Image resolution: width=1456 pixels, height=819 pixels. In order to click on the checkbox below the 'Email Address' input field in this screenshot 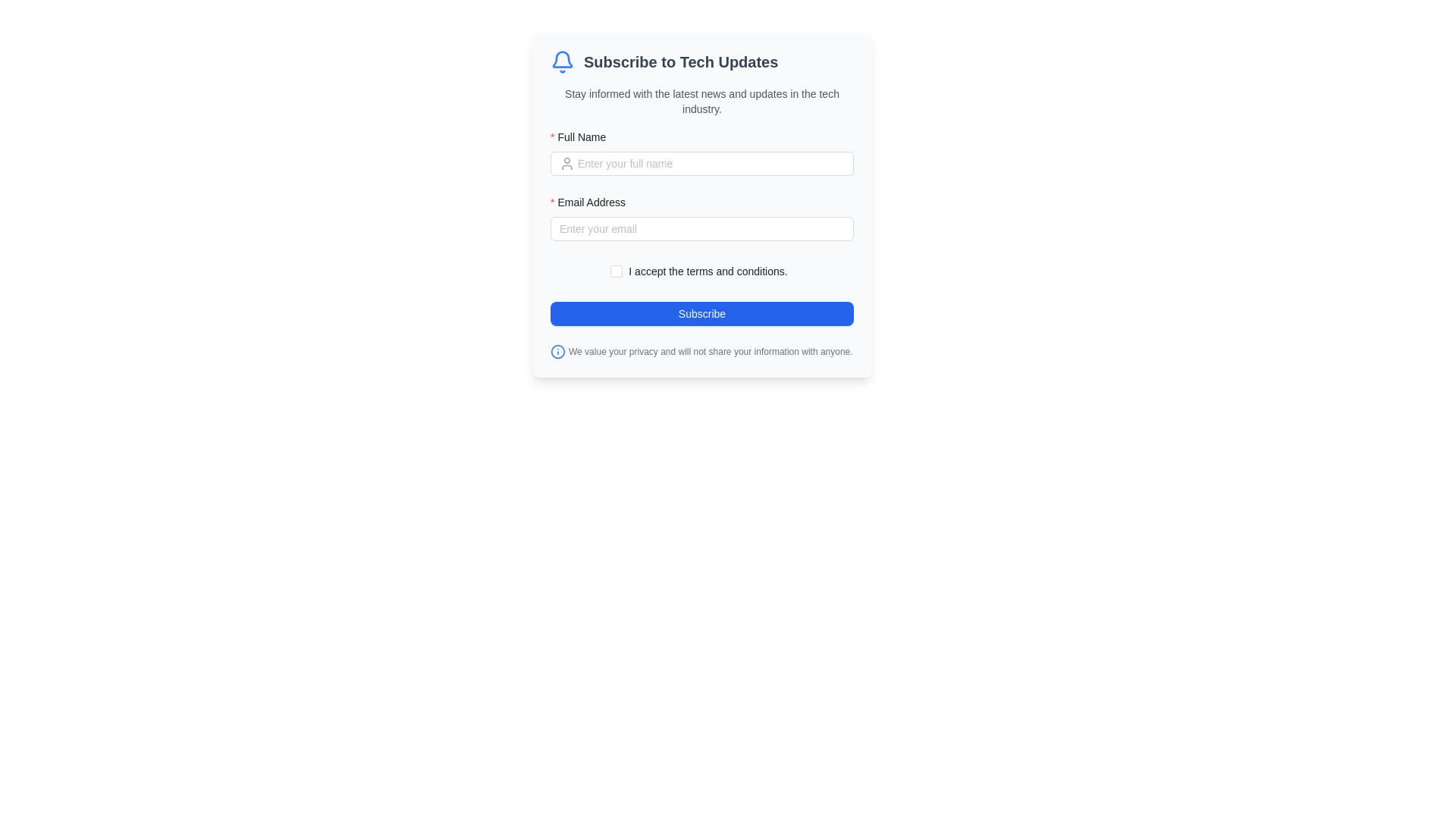, I will do `click(616, 270)`.